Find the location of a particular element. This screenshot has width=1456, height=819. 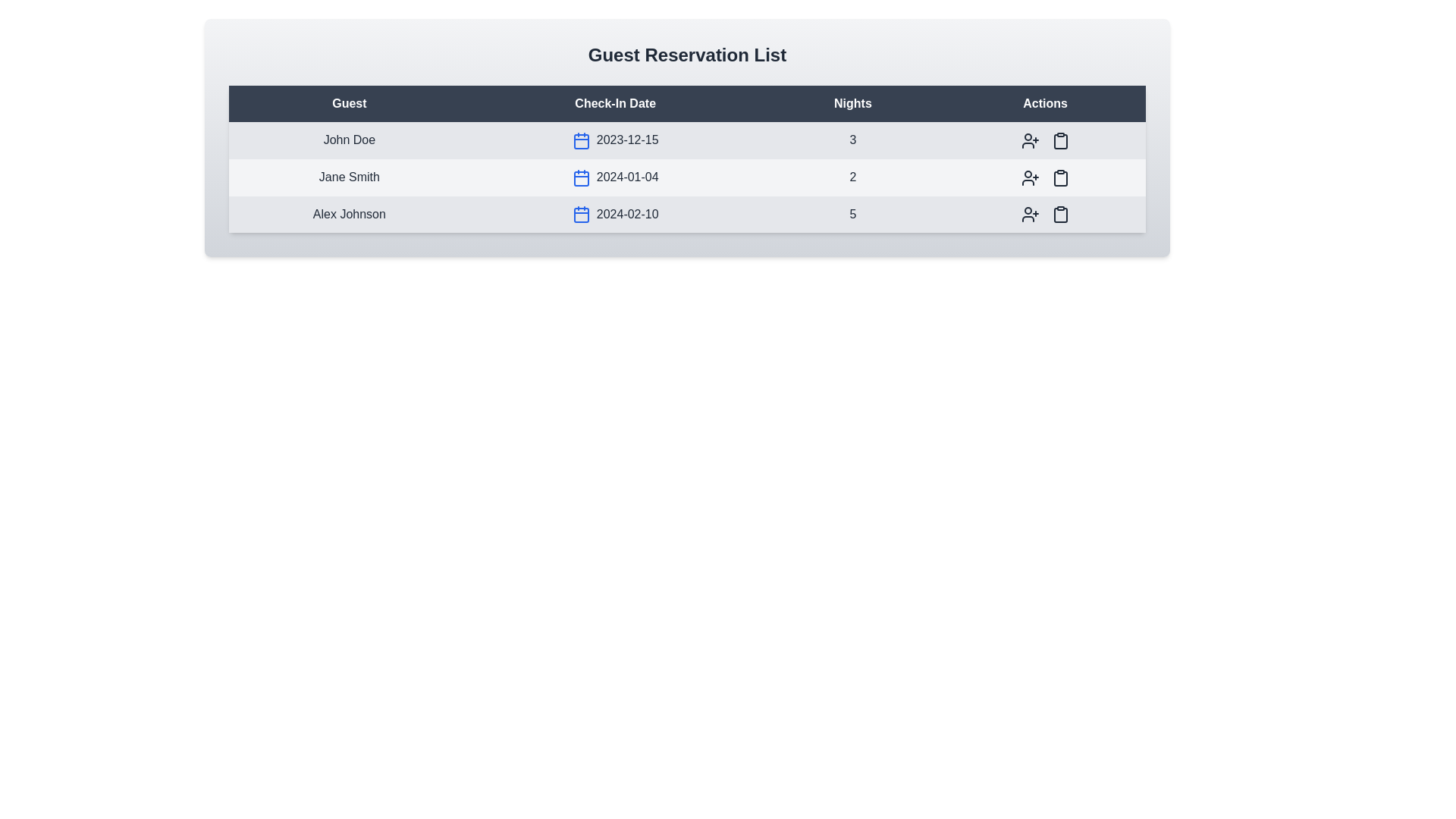

the clipboard icon-button in the 'Actions' column of the second row corresponding to guest 'Jane Smith' is located at coordinates (1059, 140).